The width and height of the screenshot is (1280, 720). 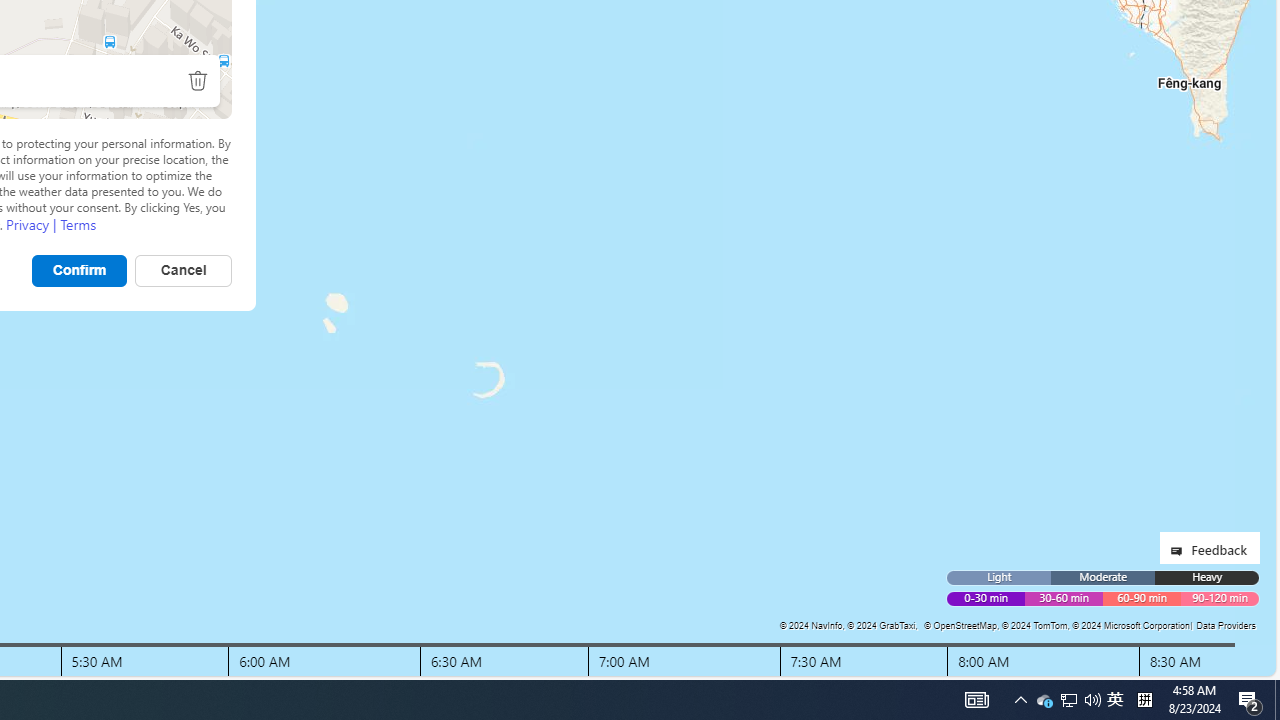 I want to click on 'Remove', so click(x=197, y=79).